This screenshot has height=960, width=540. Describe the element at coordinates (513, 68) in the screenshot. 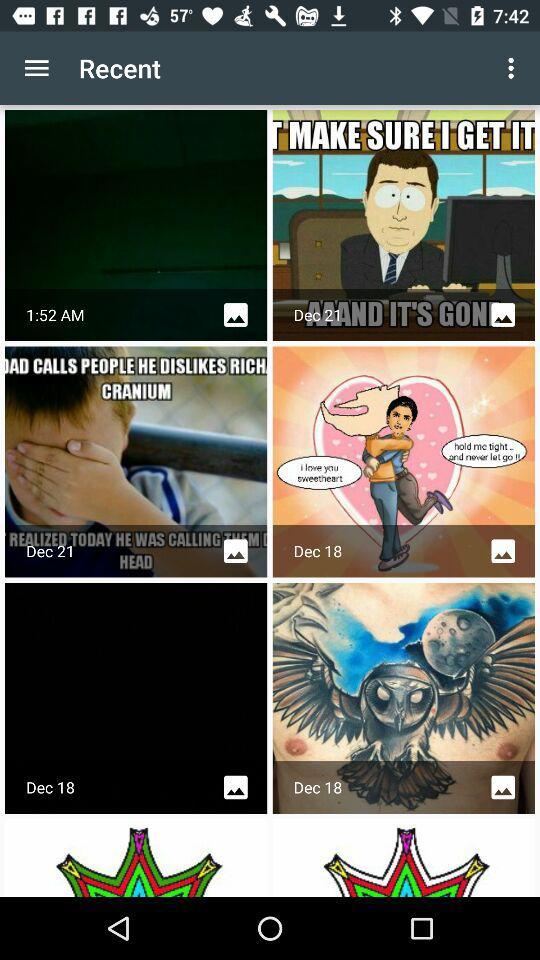

I see `app next to recent app` at that location.